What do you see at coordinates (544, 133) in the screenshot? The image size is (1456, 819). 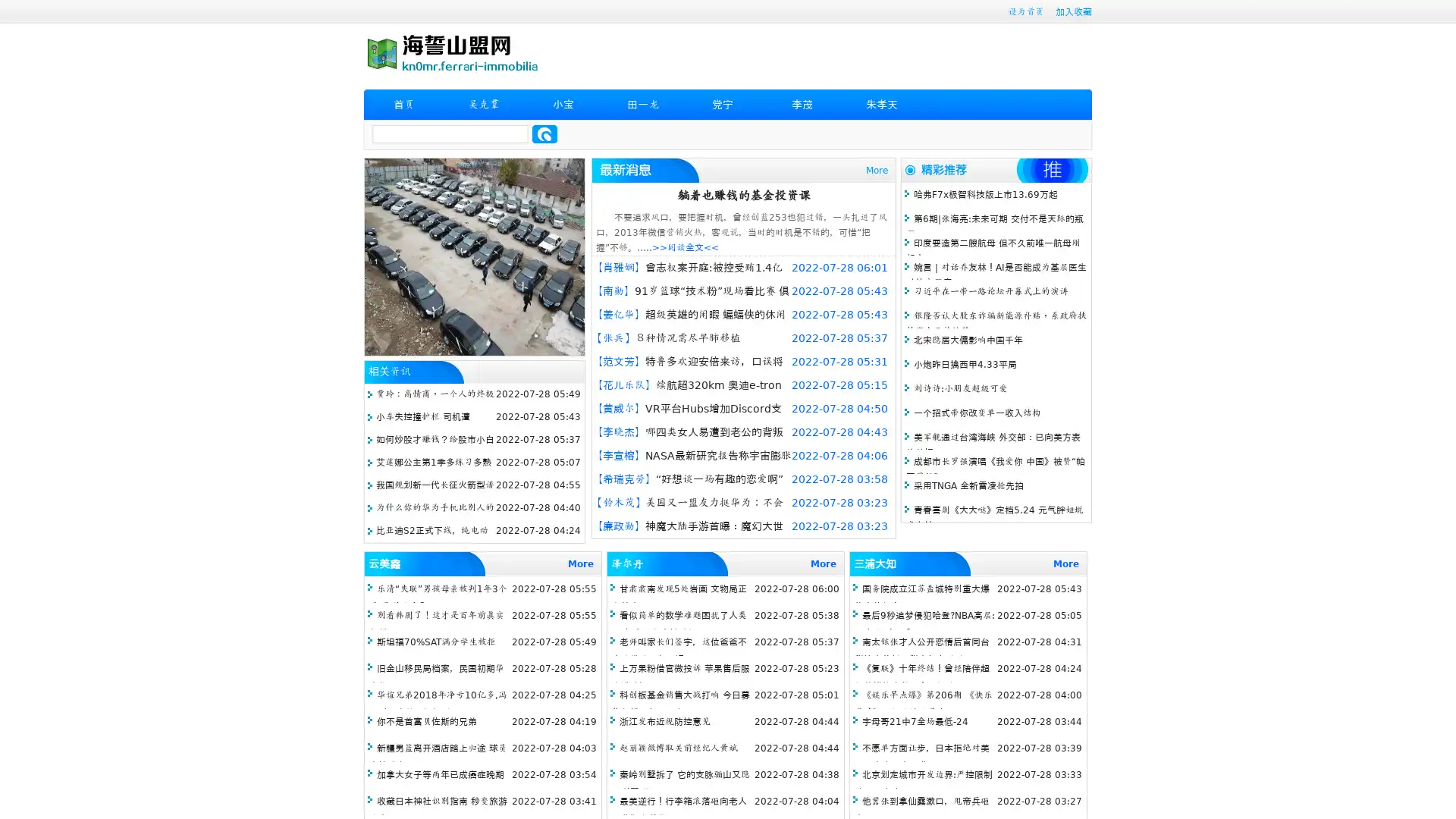 I see `Search` at bounding box center [544, 133].